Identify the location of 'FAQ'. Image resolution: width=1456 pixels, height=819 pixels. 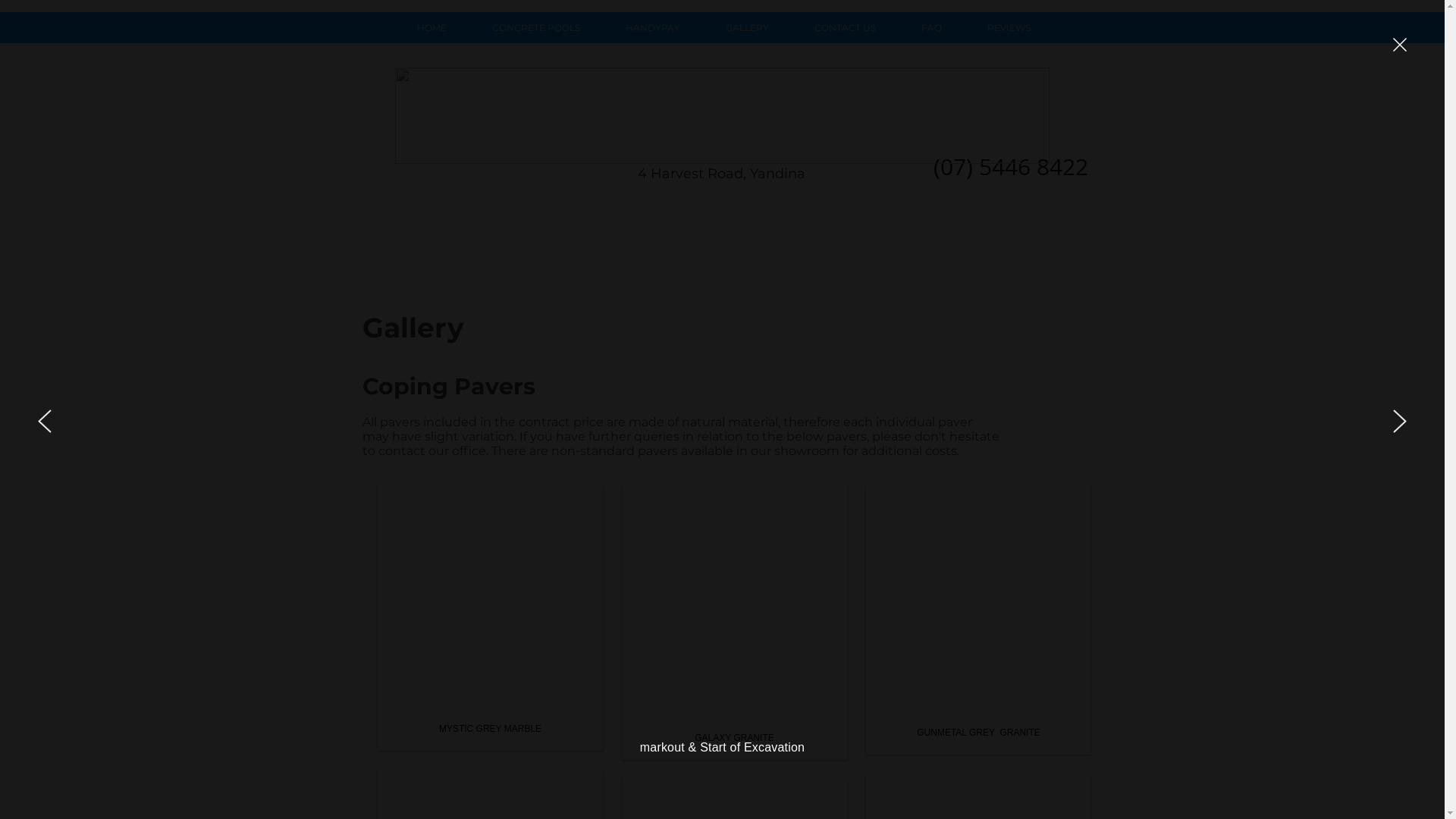
(930, 27).